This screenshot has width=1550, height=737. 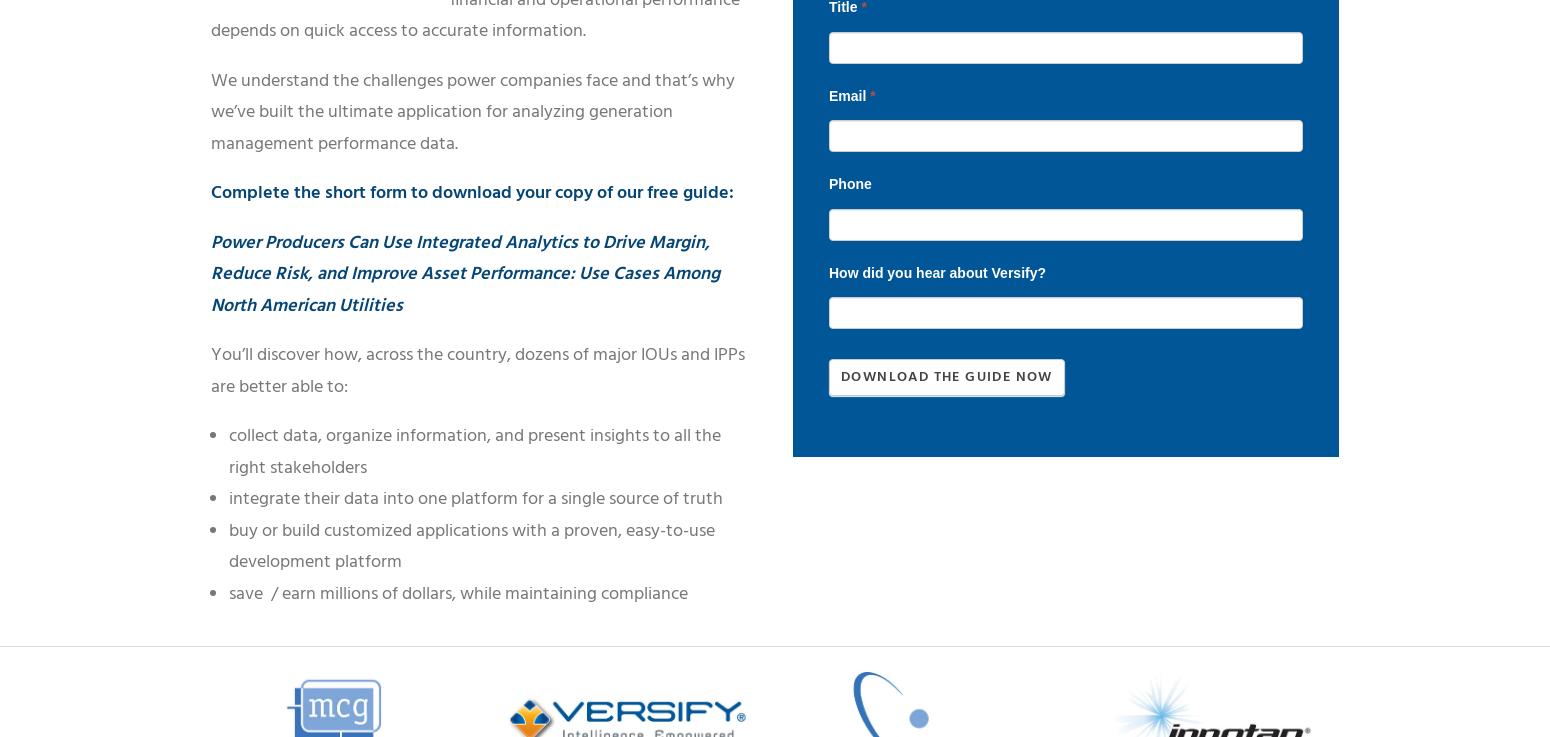 I want to click on '*', so click(x=872, y=93).